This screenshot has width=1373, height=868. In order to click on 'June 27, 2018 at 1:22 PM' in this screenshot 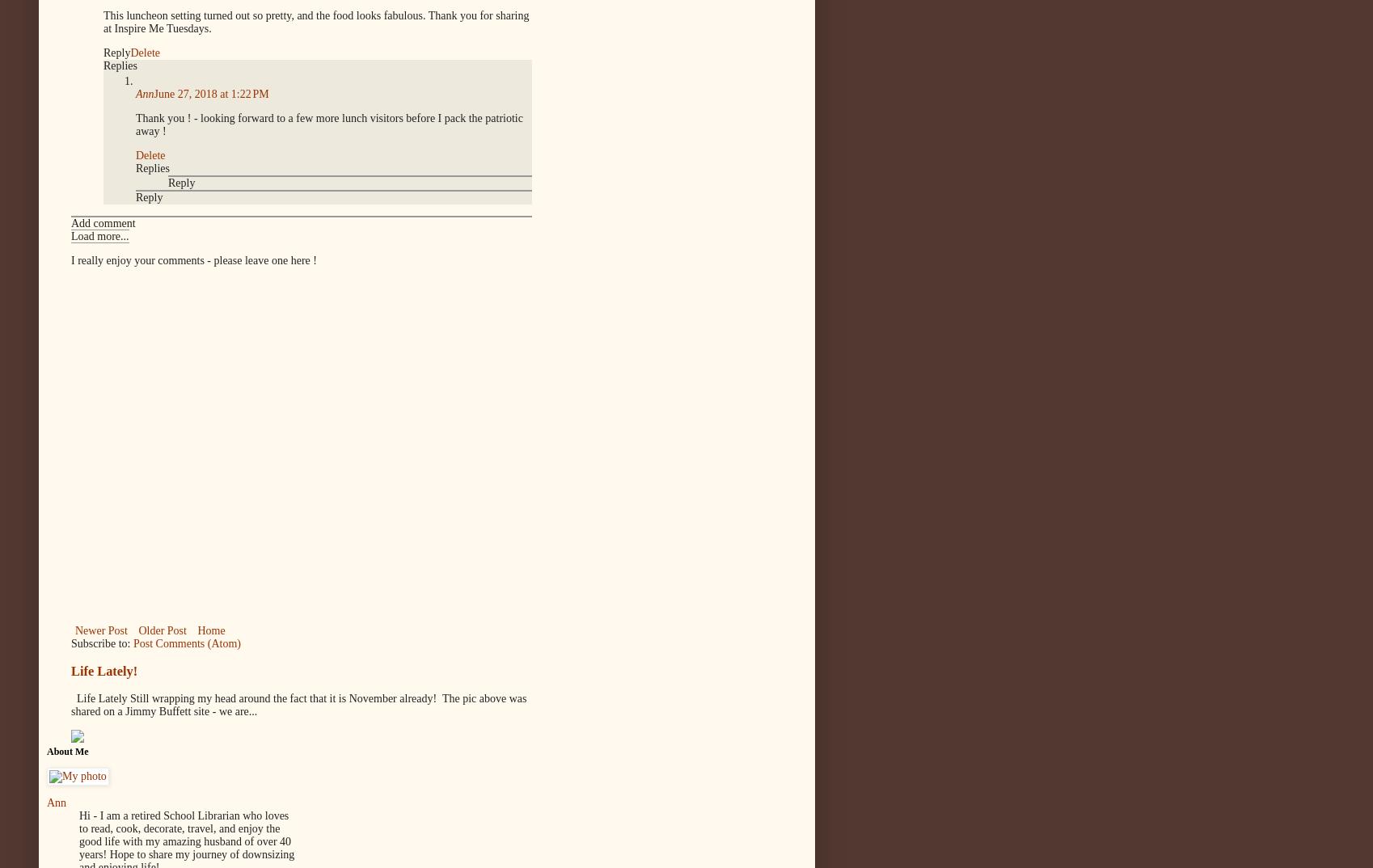, I will do `click(154, 92)`.